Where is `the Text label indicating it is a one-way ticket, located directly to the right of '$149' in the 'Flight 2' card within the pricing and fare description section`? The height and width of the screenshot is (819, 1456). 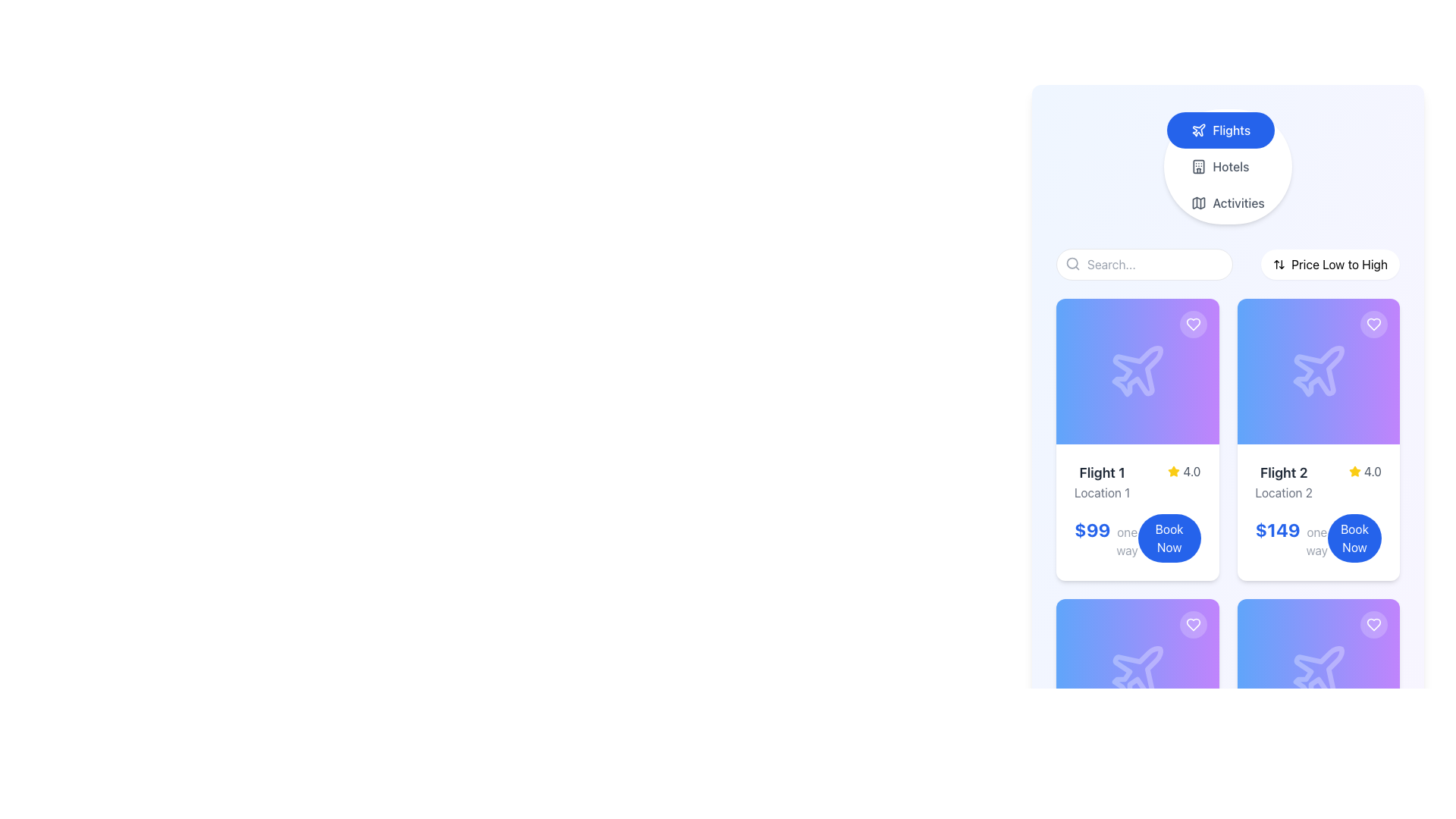 the Text label indicating it is a one-way ticket, located directly to the right of '$149' in the 'Flight 2' card within the pricing and fare description section is located at coordinates (1316, 540).